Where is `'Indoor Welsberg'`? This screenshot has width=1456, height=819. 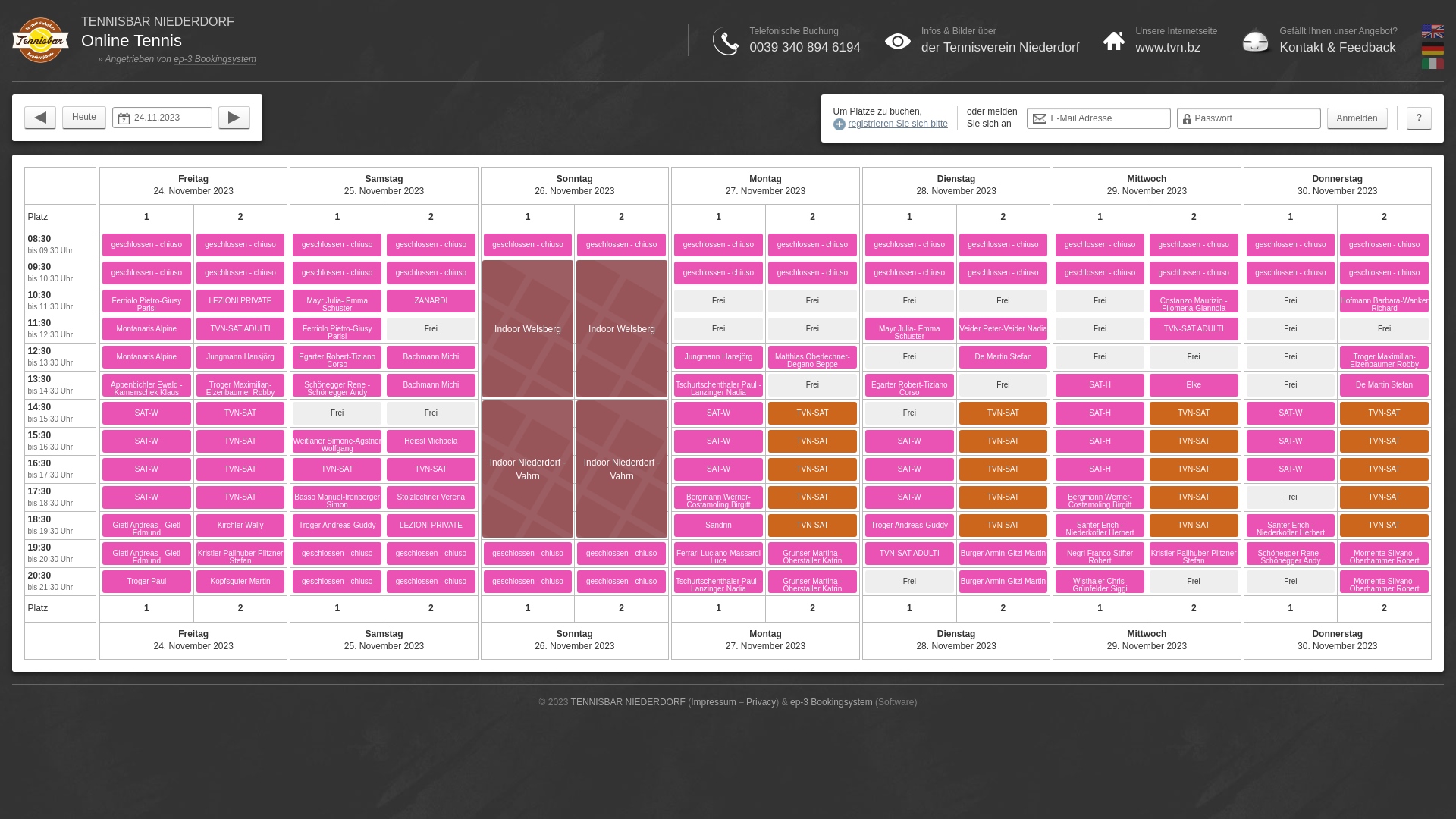
'Indoor Welsberg' is located at coordinates (621, 328).